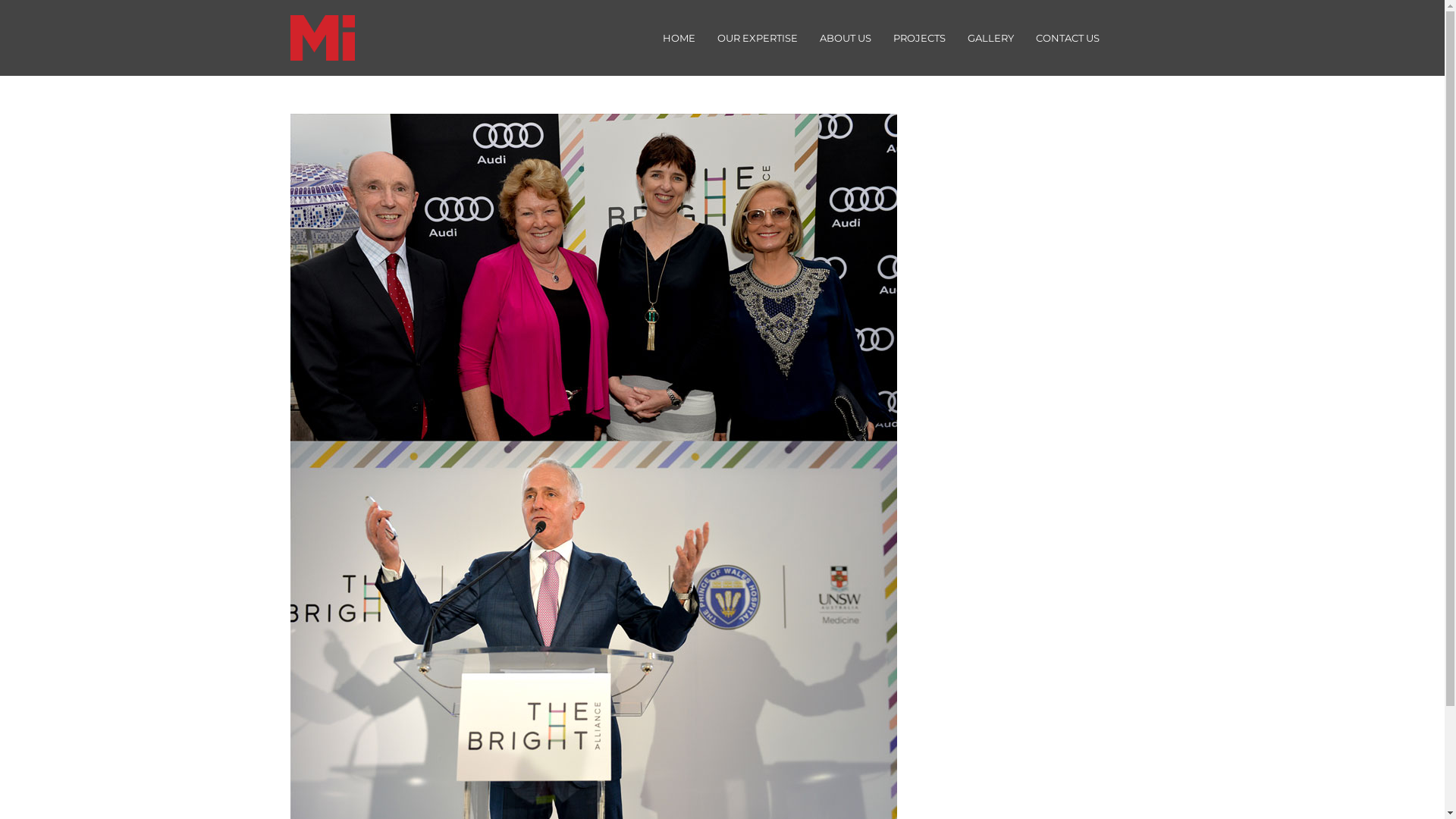  Describe the element at coordinates (990, 37) in the screenshot. I see `'GALLERY'` at that location.